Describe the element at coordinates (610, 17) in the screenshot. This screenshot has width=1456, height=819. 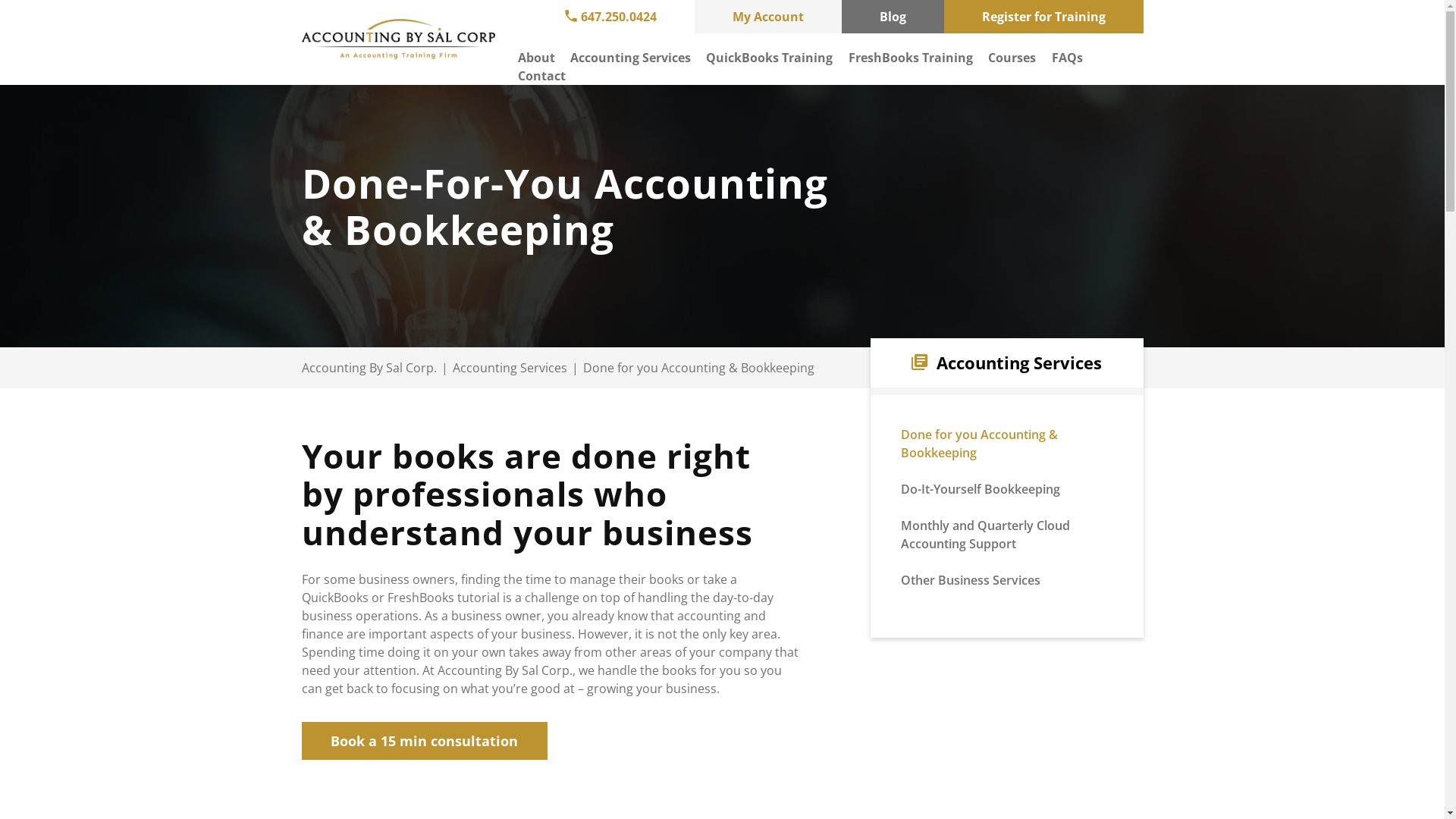
I see `'647.250.0424'` at that location.